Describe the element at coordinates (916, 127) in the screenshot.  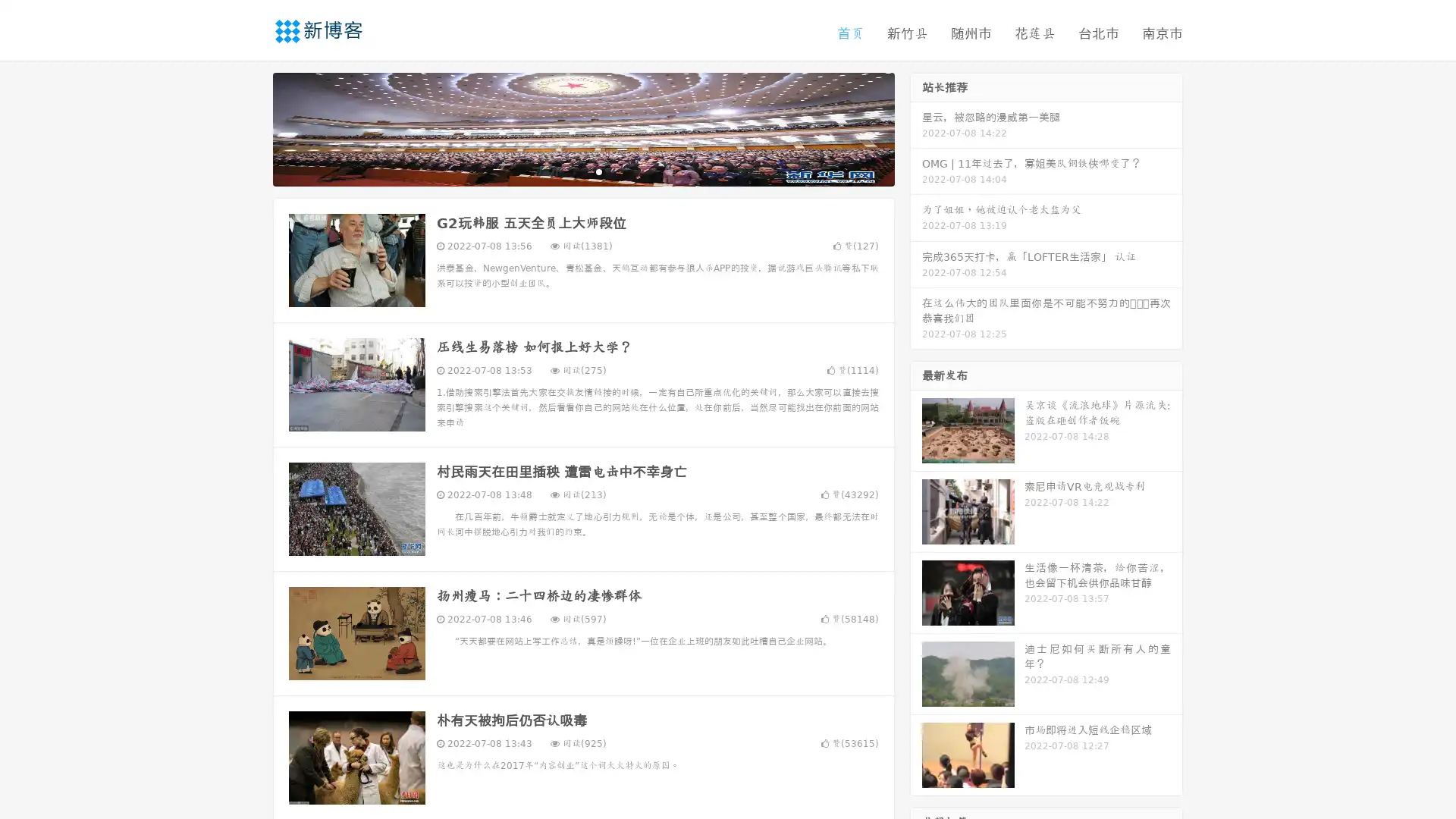
I see `Next slide` at that location.